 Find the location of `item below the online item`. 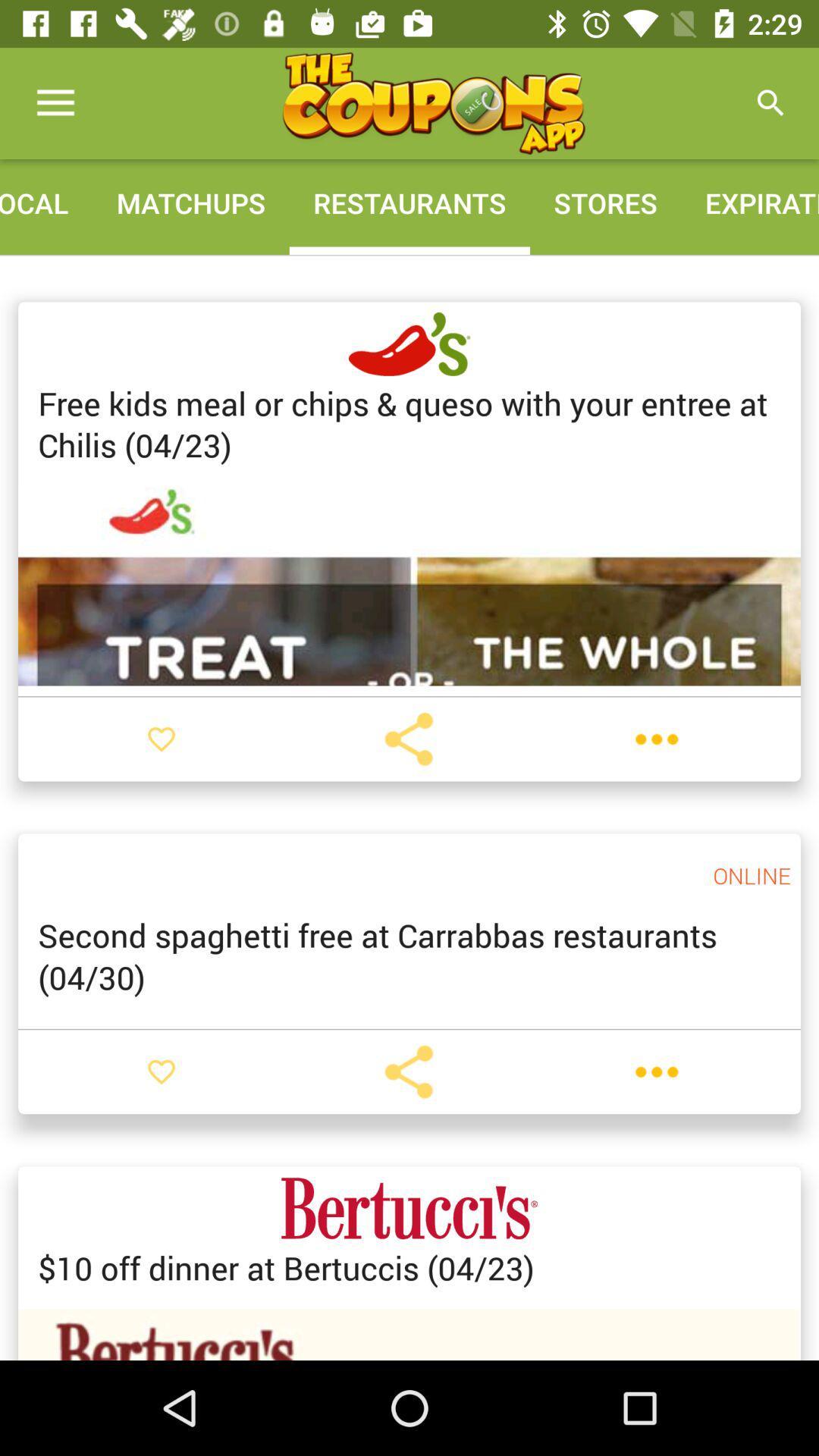

item below the online item is located at coordinates (409, 955).